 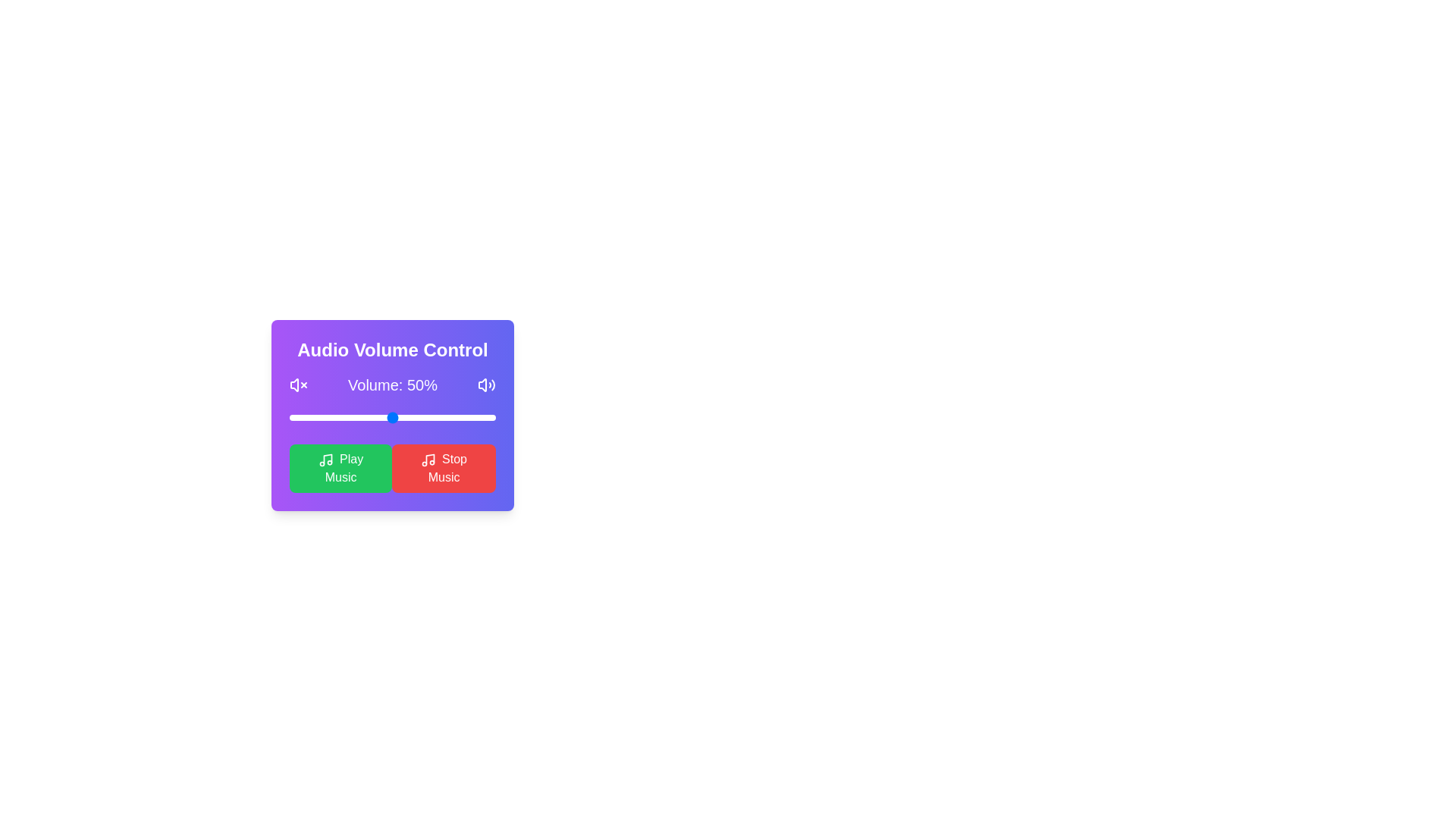 What do you see at coordinates (428, 459) in the screenshot?
I see `the music-related icon inside the 'Stop Music' button, which is located in the lower section of the purple panel titled 'Audio Volume Control'` at bounding box center [428, 459].